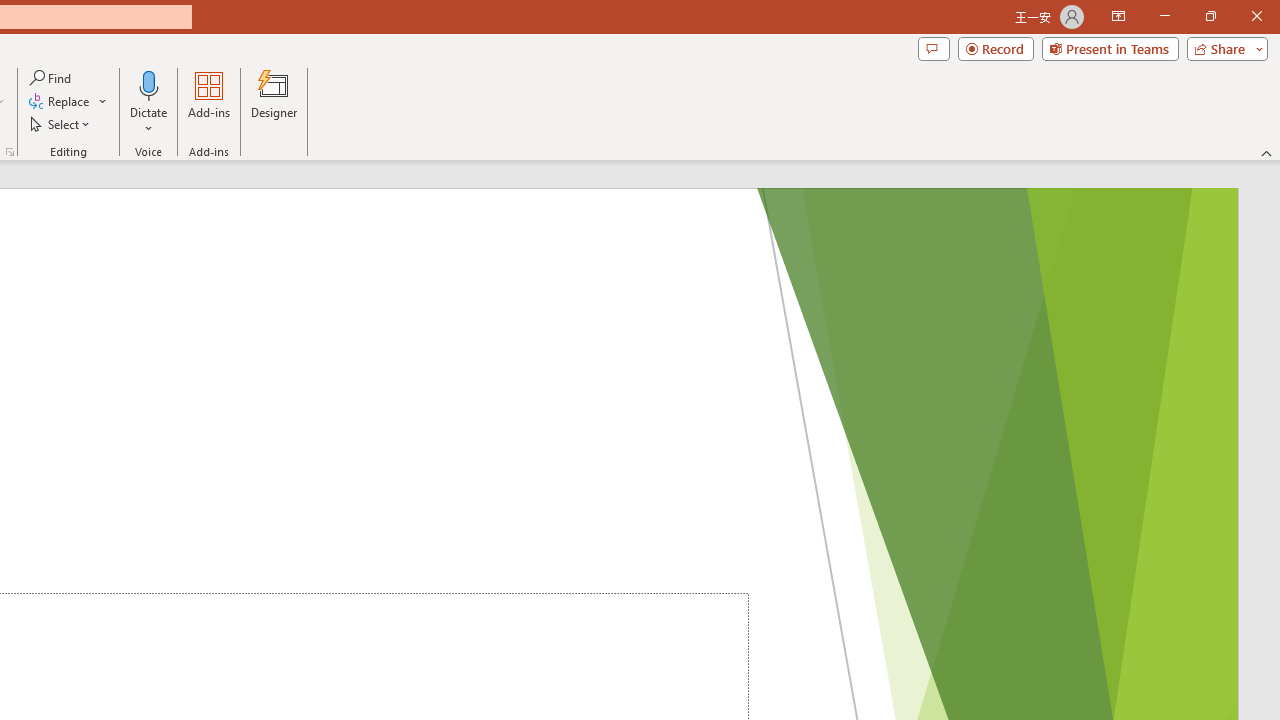 The width and height of the screenshot is (1280, 720). I want to click on 'Designer', so click(273, 103).